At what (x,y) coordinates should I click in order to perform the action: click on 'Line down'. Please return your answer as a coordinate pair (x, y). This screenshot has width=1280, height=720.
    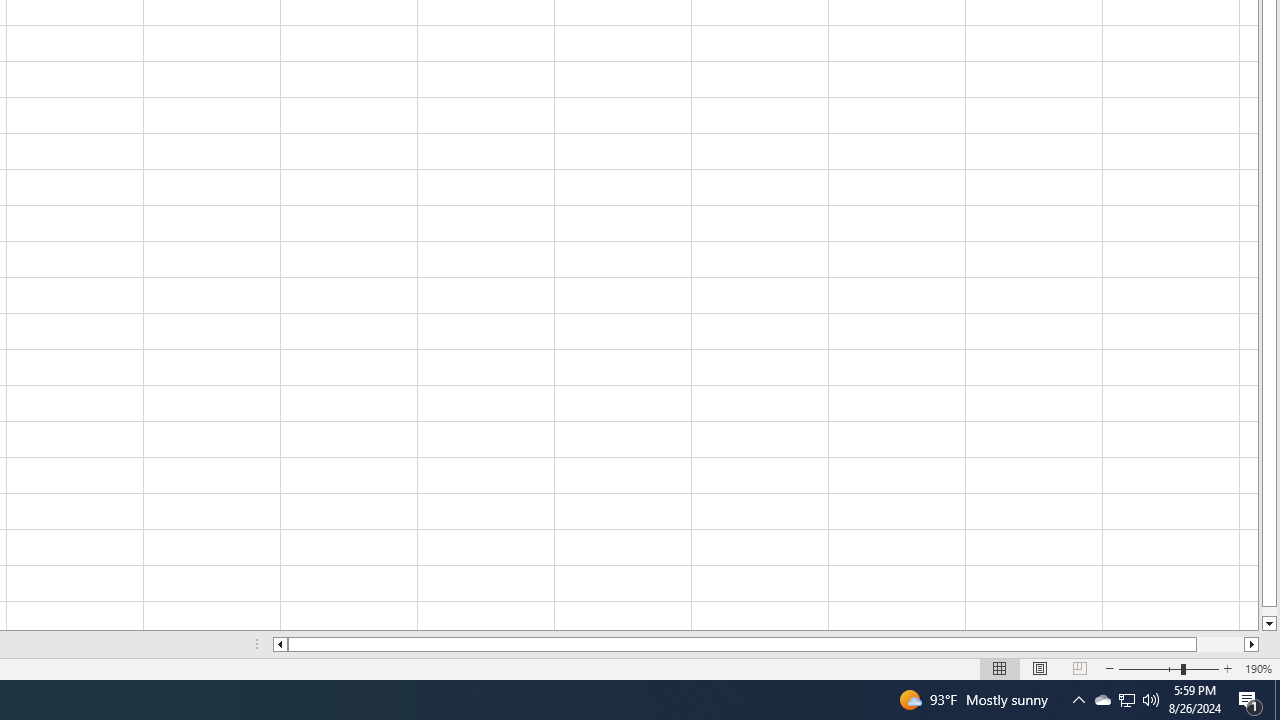
    Looking at the image, I should click on (1268, 623).